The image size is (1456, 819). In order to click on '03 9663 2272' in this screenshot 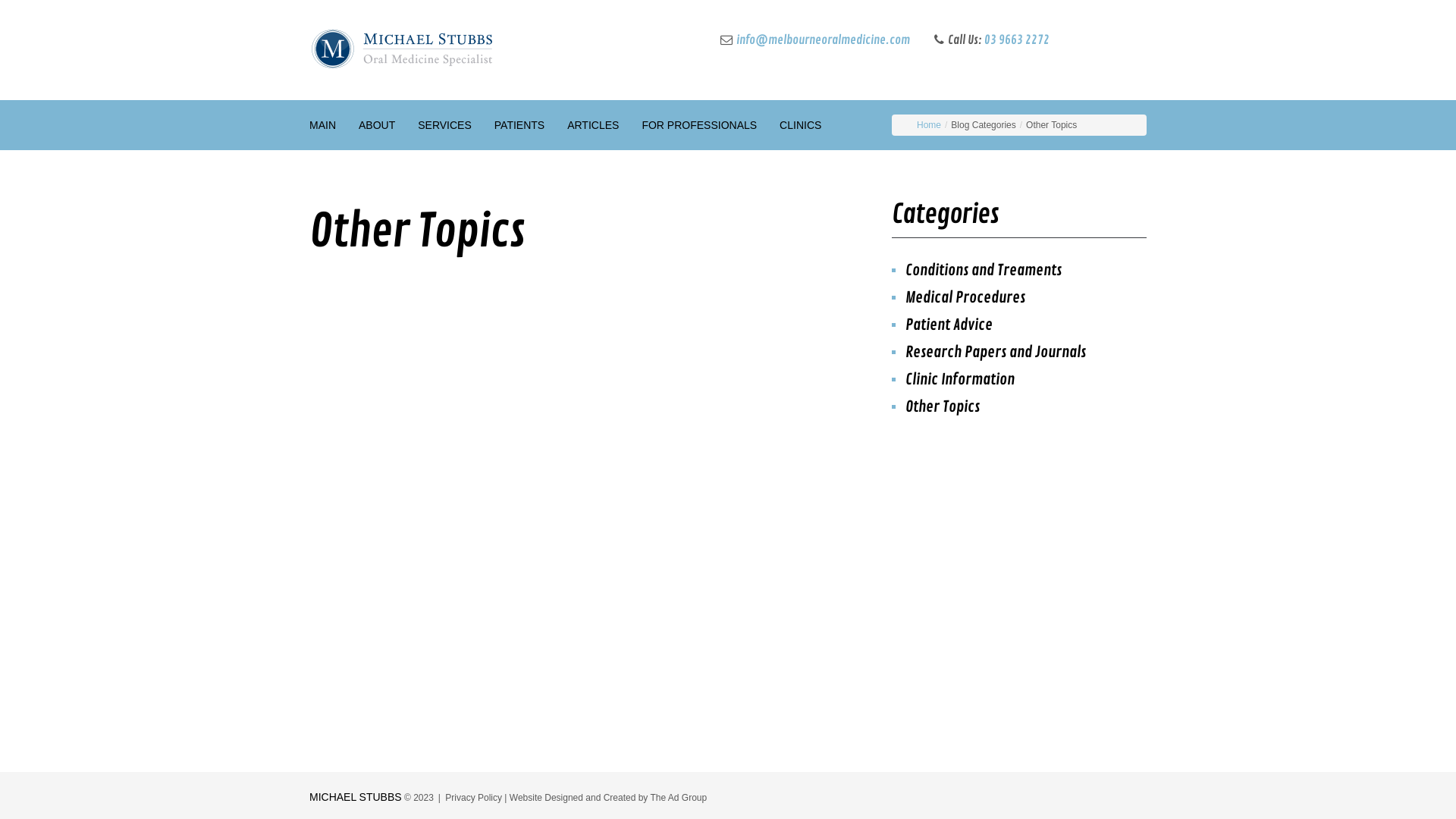, I will do `click(1016, 39)`.